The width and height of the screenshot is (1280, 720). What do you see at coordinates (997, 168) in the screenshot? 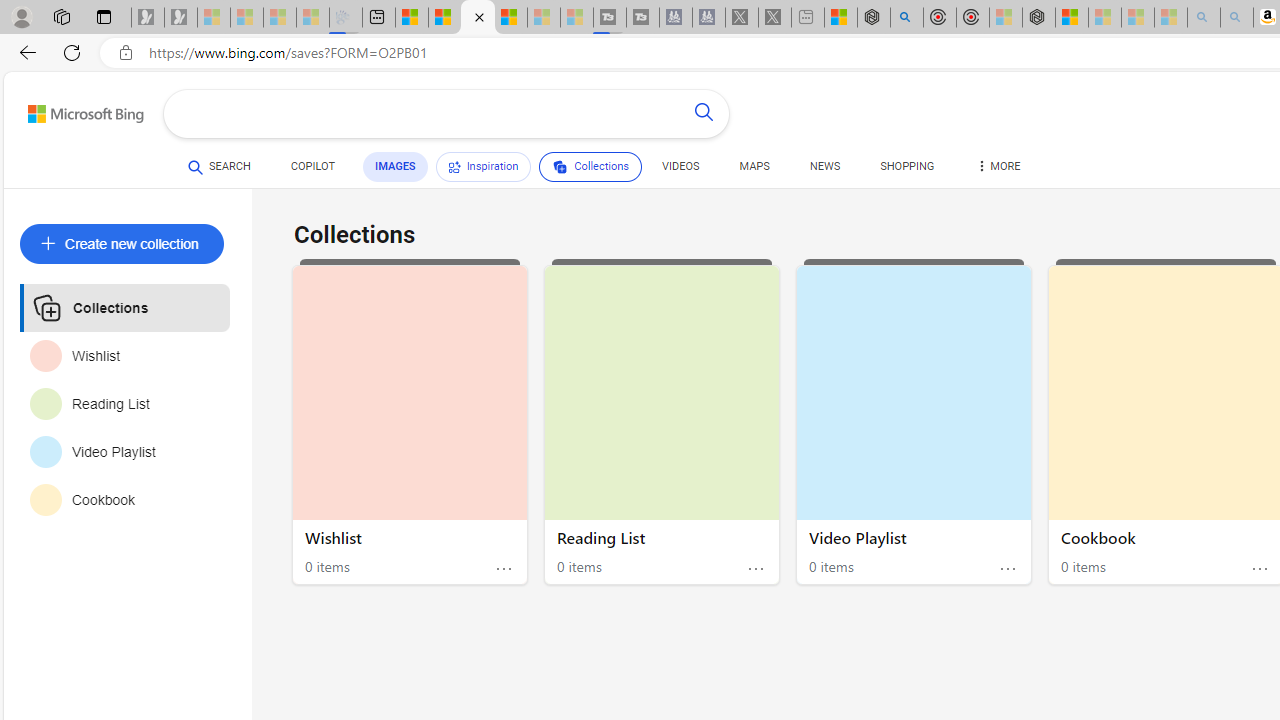
I see `'MORE'` at bounding box center [997, 168].